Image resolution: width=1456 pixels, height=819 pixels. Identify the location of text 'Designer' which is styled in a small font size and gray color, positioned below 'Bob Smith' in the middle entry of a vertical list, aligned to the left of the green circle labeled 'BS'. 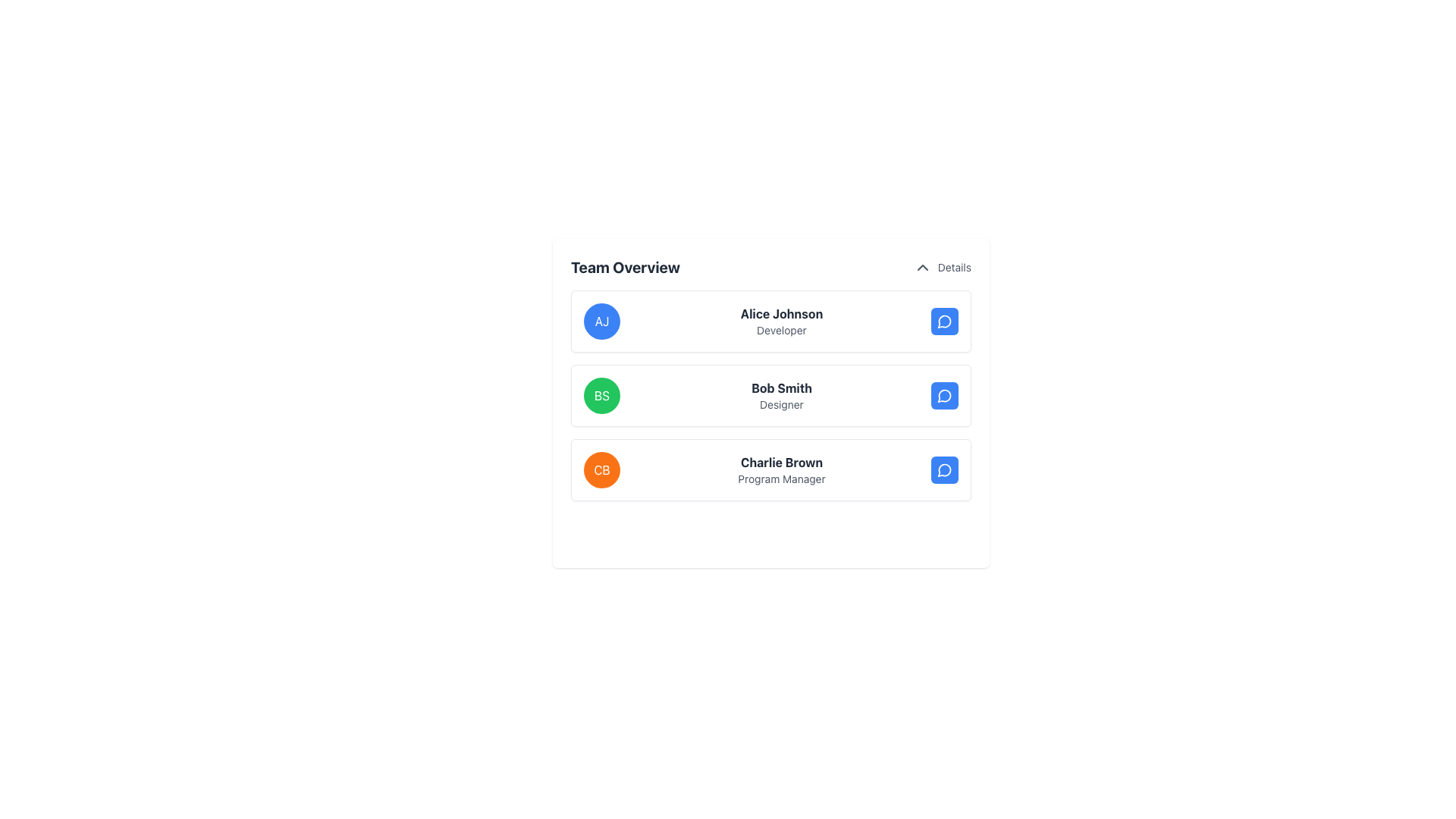
(782, 403).